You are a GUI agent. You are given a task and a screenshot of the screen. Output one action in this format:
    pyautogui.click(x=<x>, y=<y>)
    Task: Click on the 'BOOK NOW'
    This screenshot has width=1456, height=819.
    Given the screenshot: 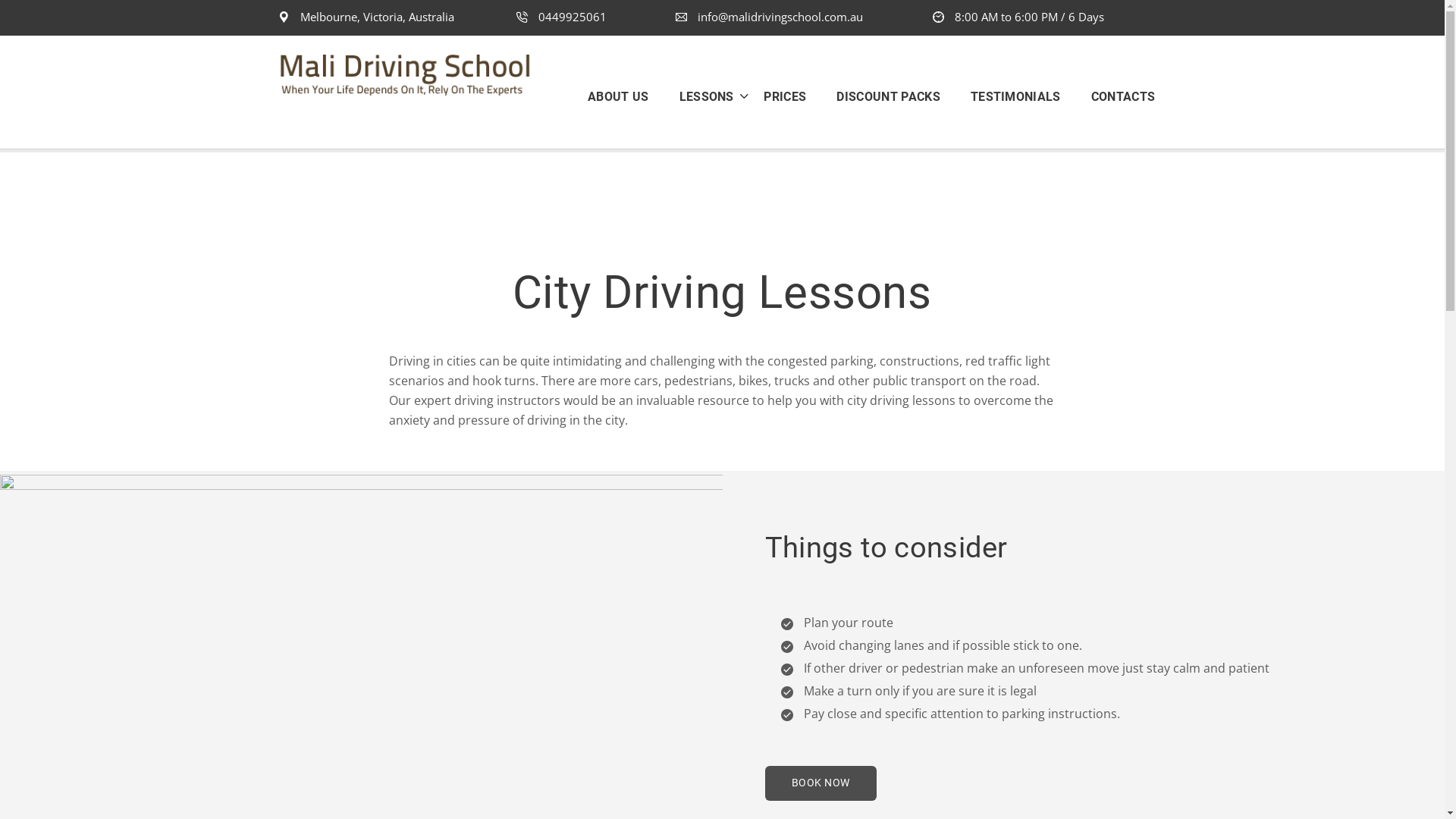 What is the action you would take?
    pyautogui.click(x=819, y=783)
    